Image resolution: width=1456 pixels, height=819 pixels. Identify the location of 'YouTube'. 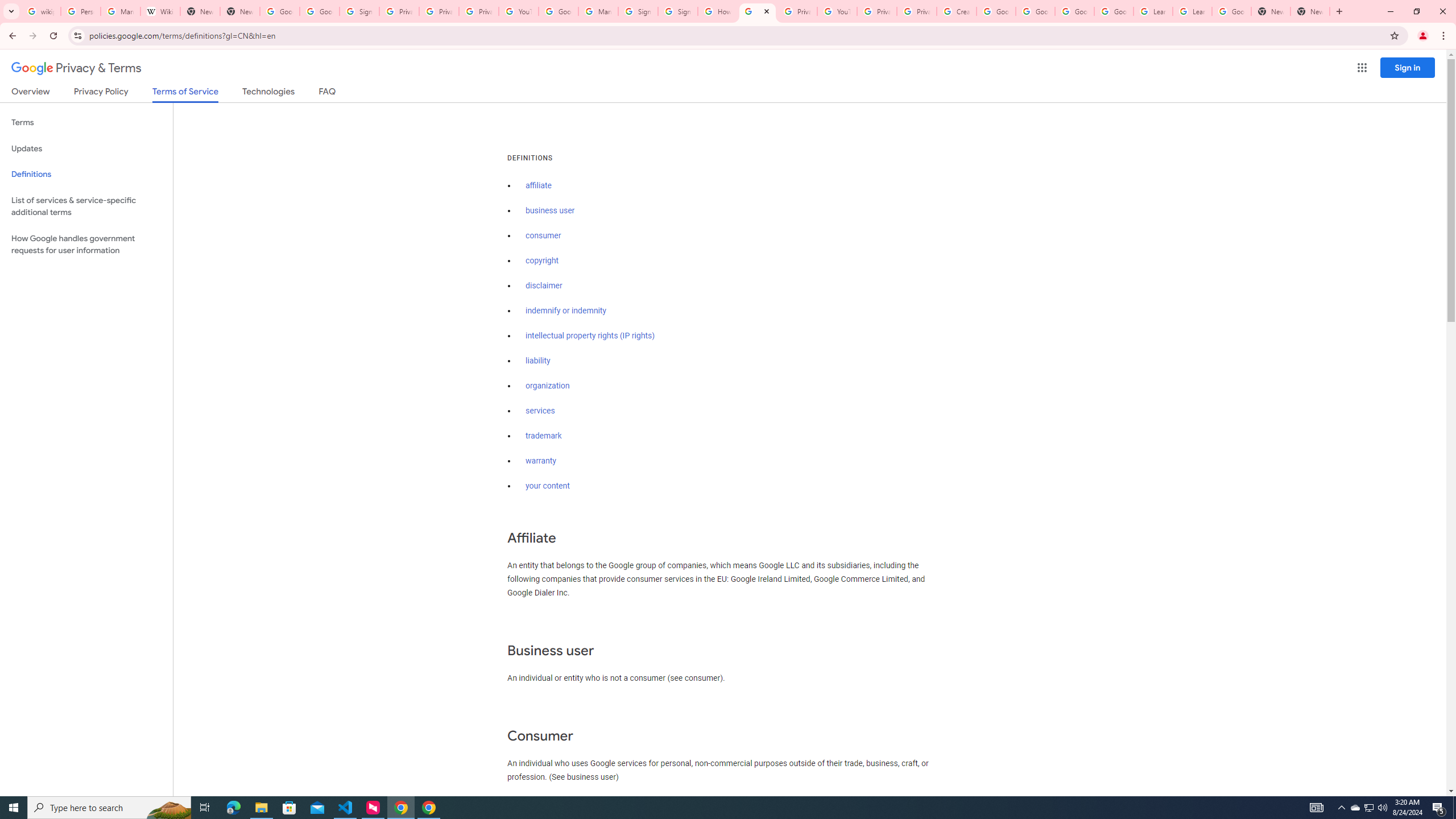
(837, 11).